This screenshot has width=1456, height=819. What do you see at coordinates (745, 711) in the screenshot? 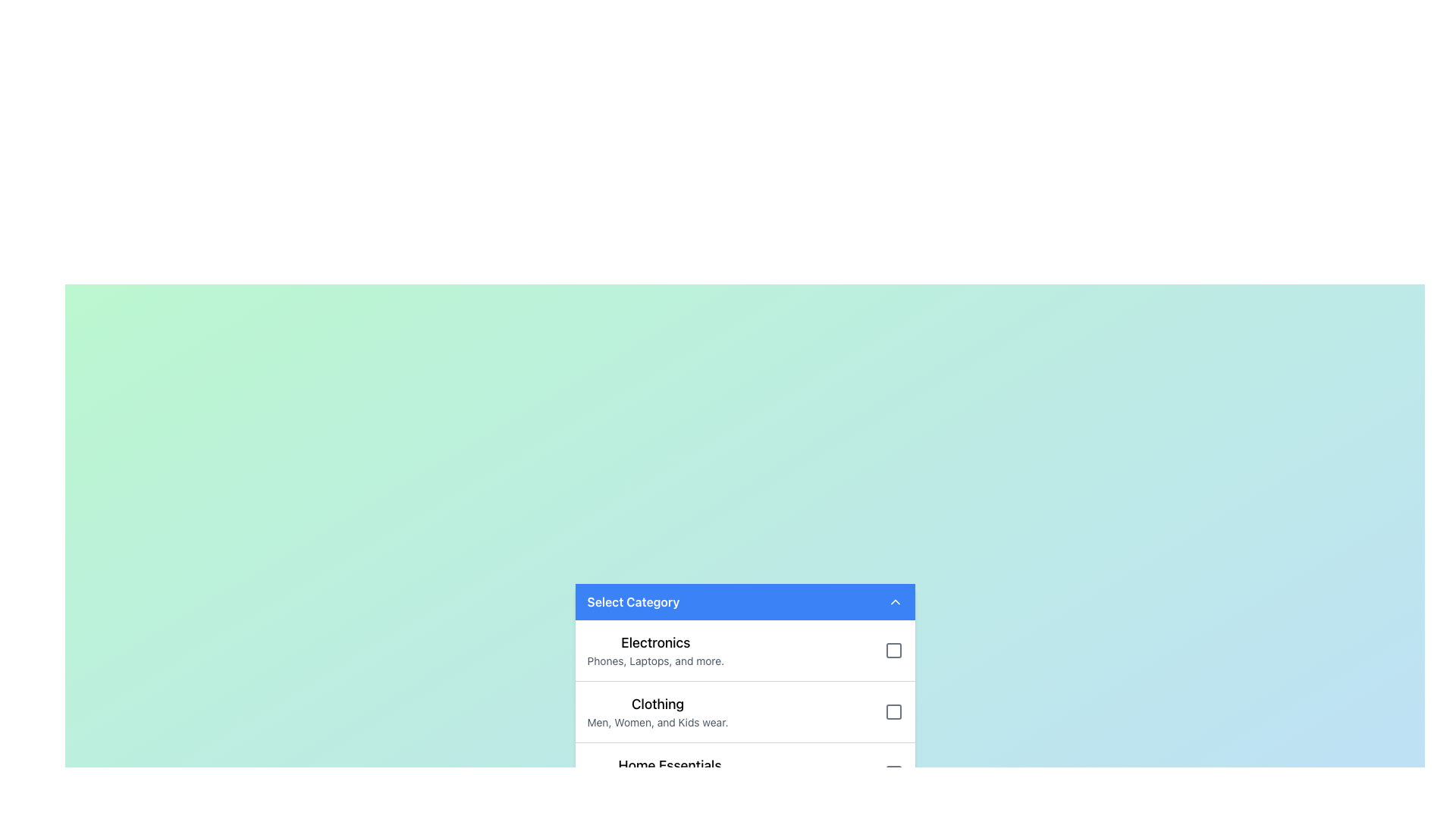
I see `the second category selector for 'Clothing', which includes a title, description, and checkbox, to observe the hover effects` at bounding box center [745, 711].